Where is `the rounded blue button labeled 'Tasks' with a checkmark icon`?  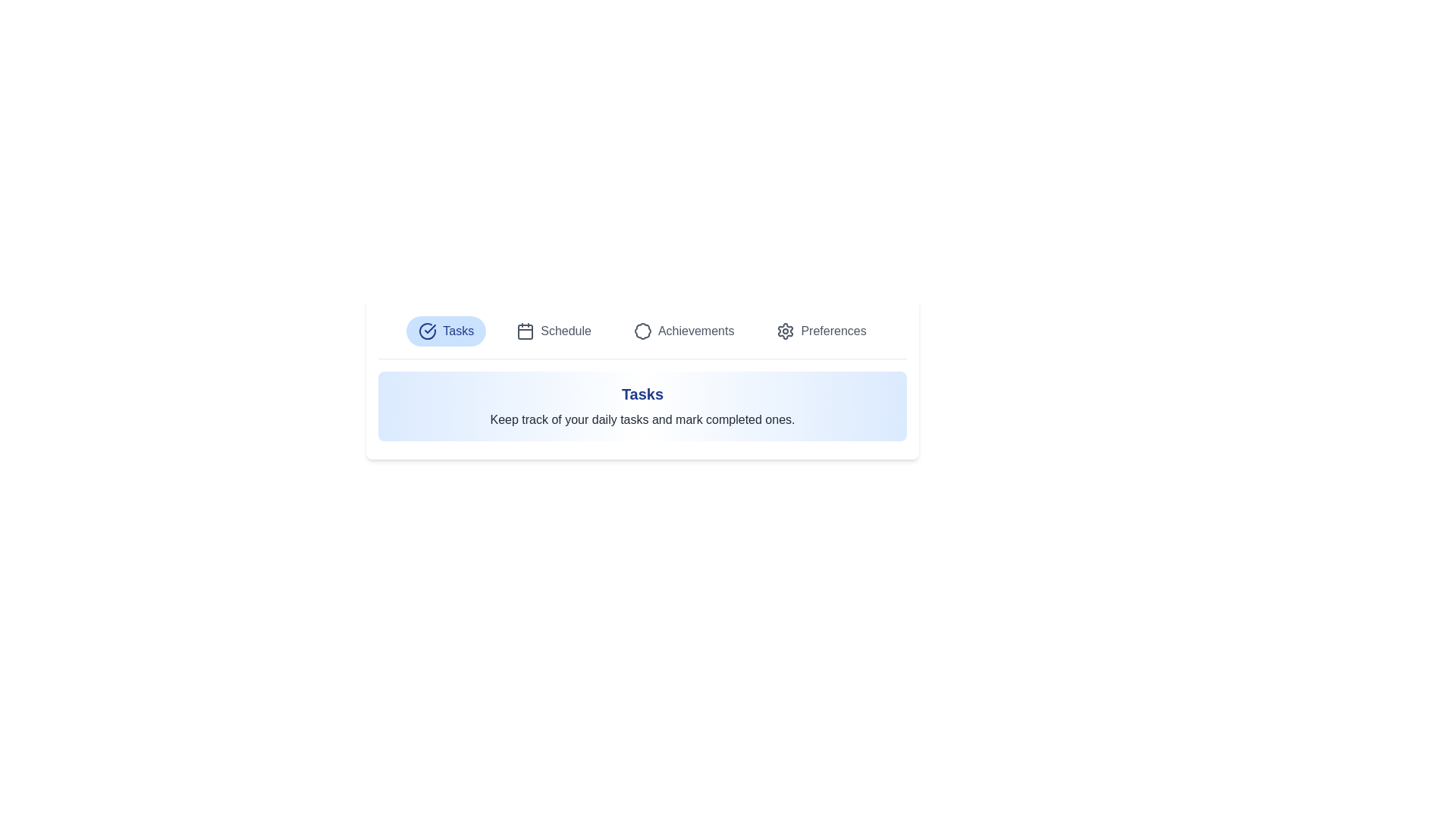 the rounded blue button labeled 'Tasks' with a checkmark icon is located at coordinates (445, 330).